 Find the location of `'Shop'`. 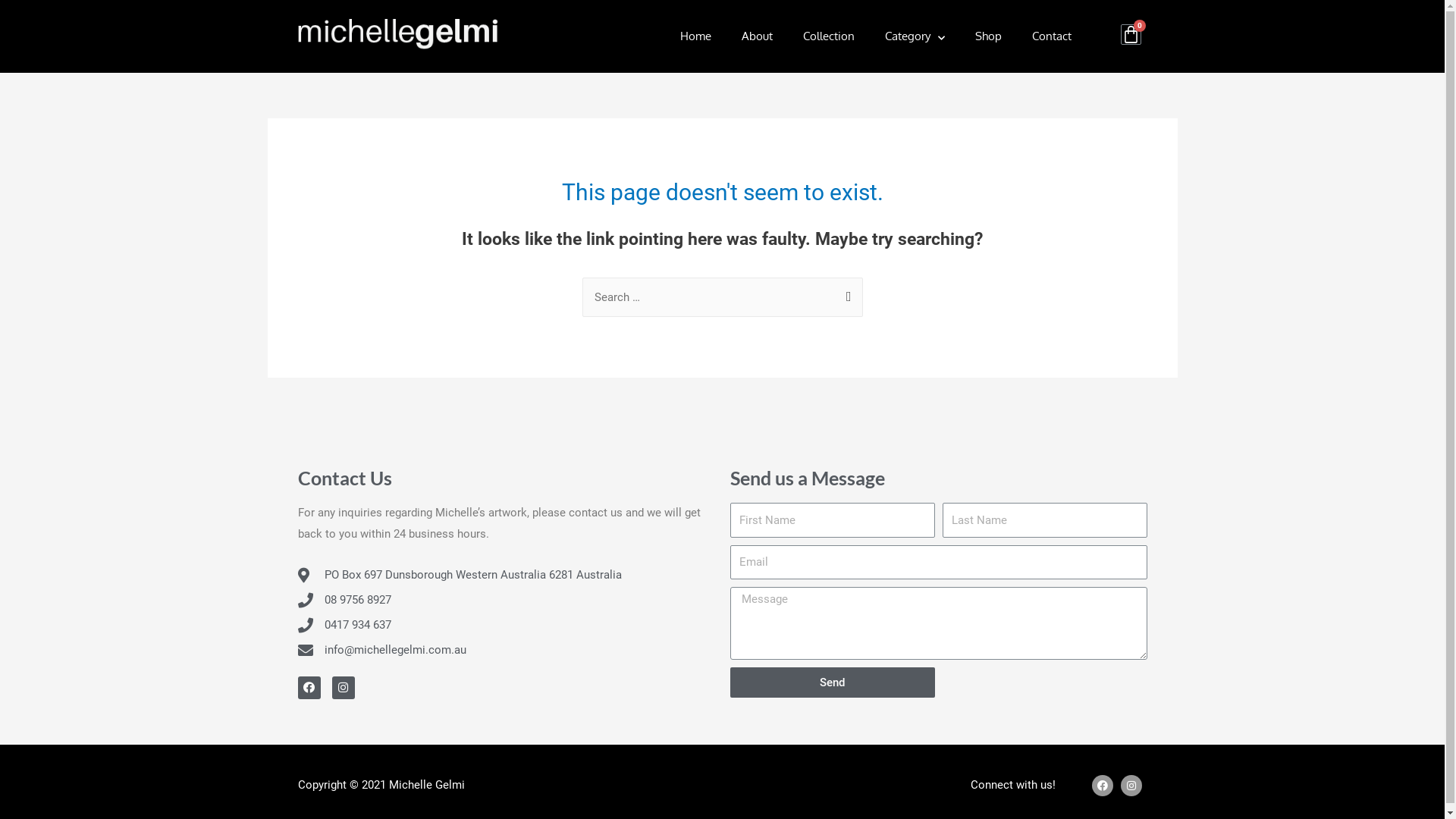

'Shop' is located at coordinates (988, 35).